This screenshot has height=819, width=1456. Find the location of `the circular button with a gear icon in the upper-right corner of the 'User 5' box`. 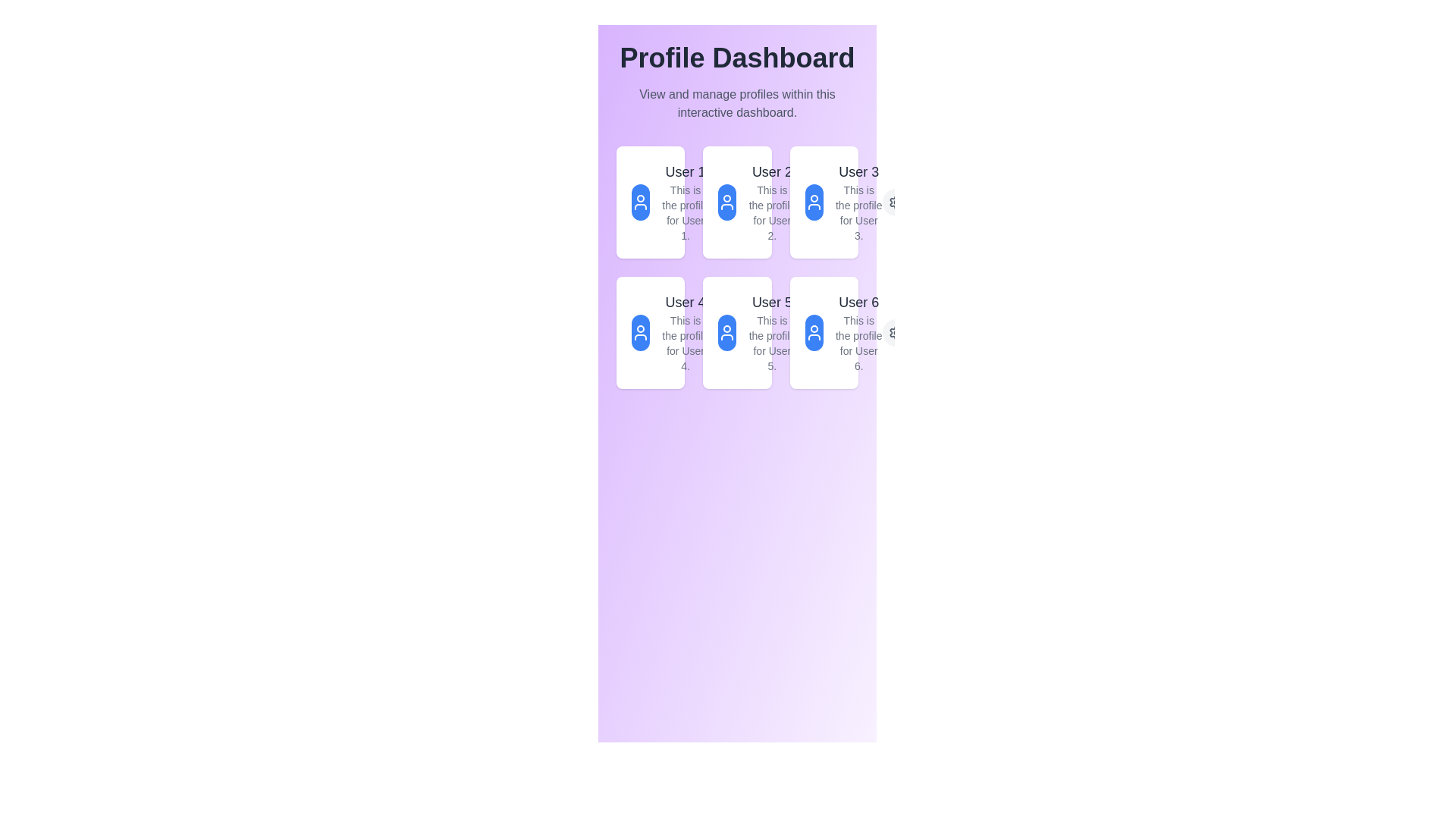

the circular button with a gear icon in the upper-right corner of the 'User 5' box is located at coordinates (808, 332).